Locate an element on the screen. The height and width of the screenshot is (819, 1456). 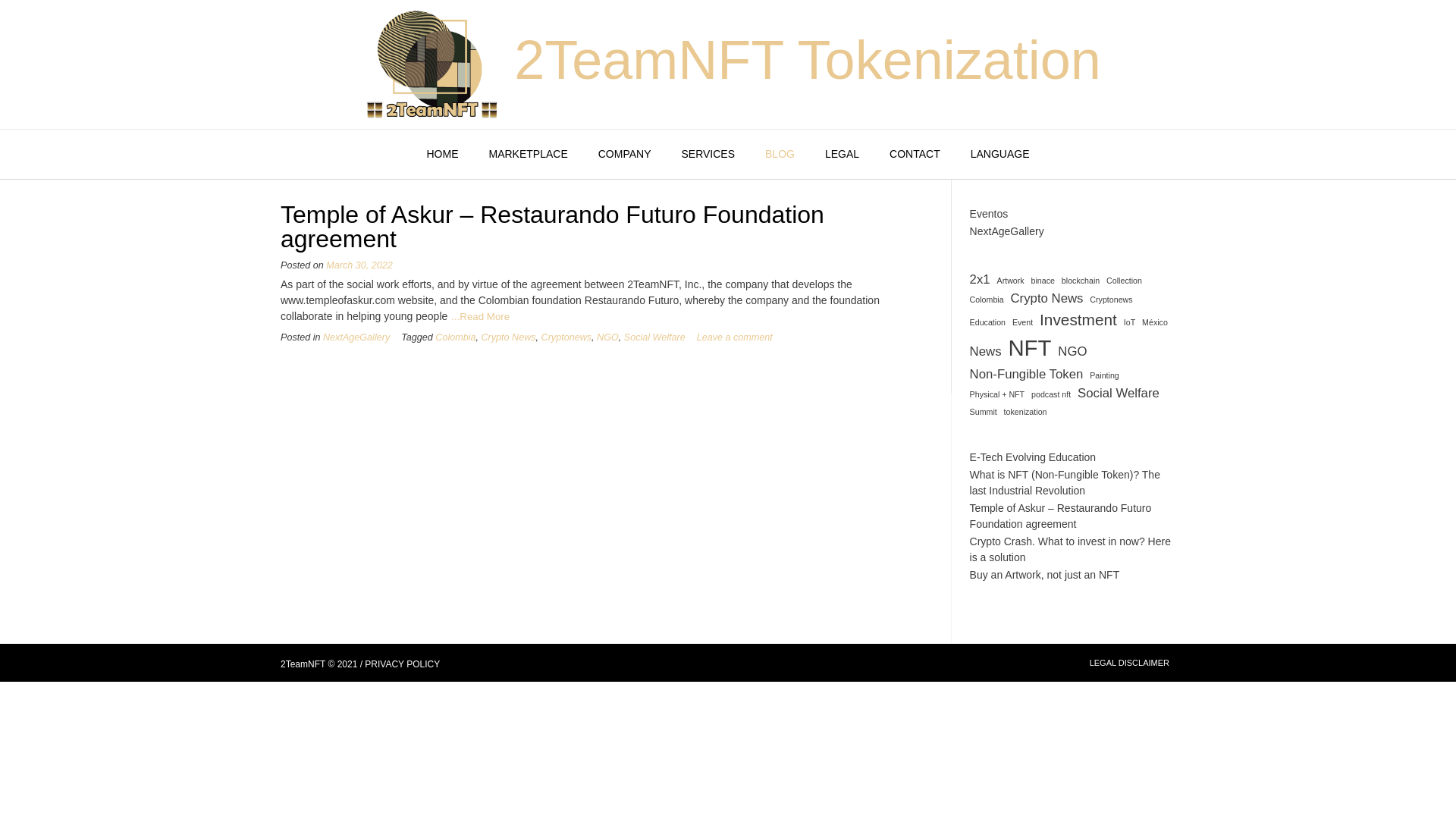
'blockchain' is located at coordinates (1080, 281).